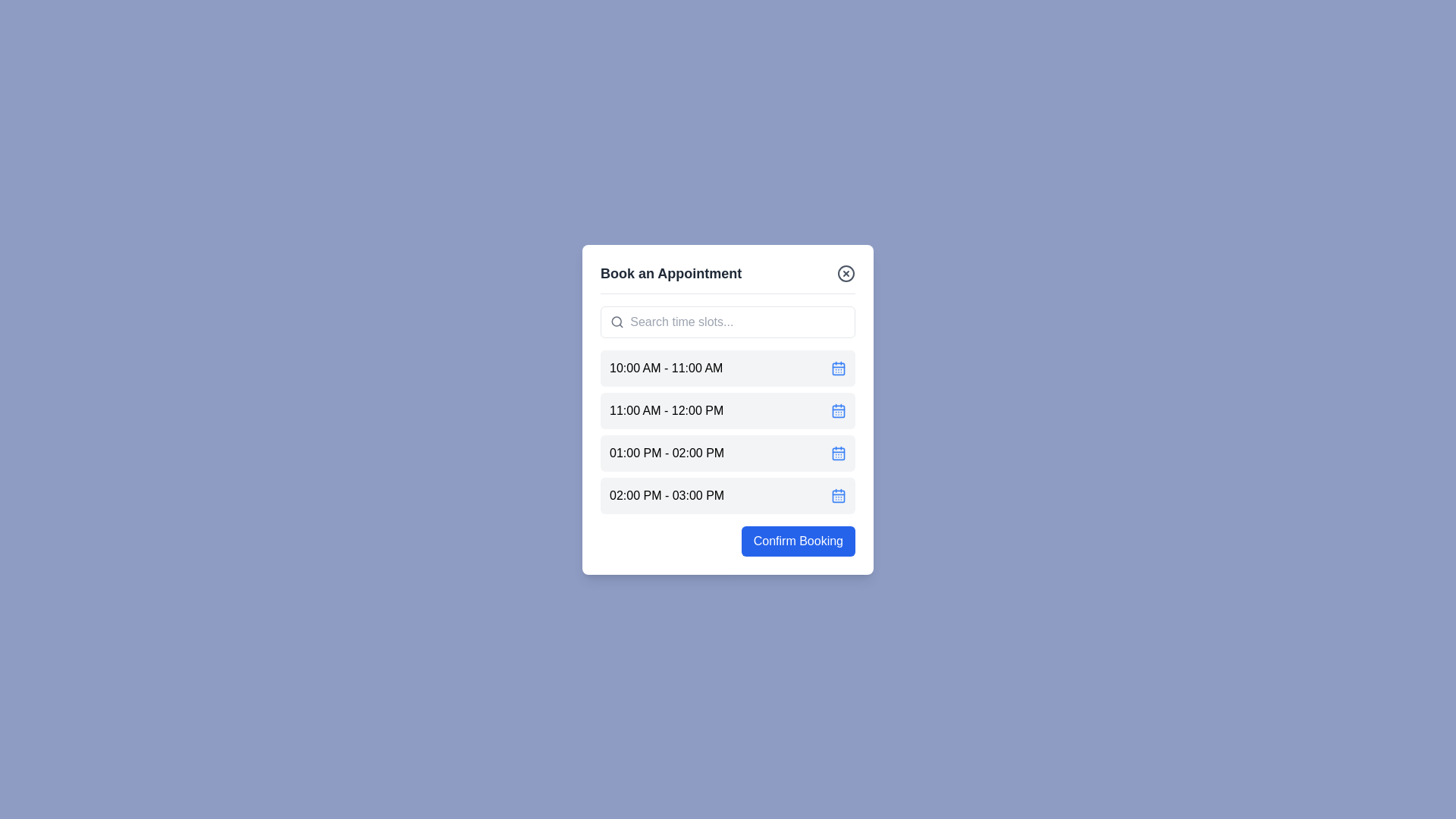 The width and height of the screenshot is (1456, 819). What do you see at coordinates (728, 495) in the screenshot?
I see `the time slot labeled 02:00 PM - 03:00 PM` at bounding box center [728, 495].